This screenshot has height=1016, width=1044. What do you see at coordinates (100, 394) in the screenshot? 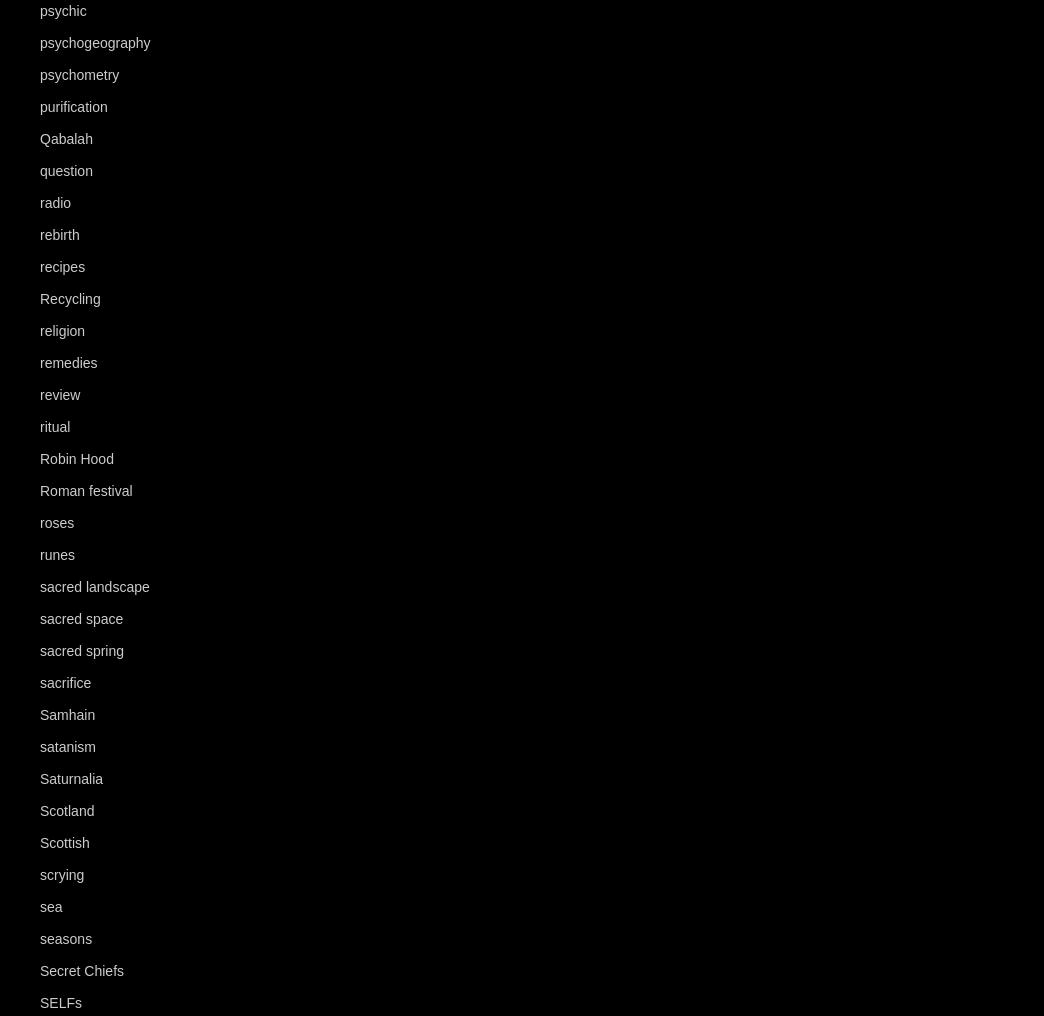
I see `'(439)'` at bounding box center [100, 394].